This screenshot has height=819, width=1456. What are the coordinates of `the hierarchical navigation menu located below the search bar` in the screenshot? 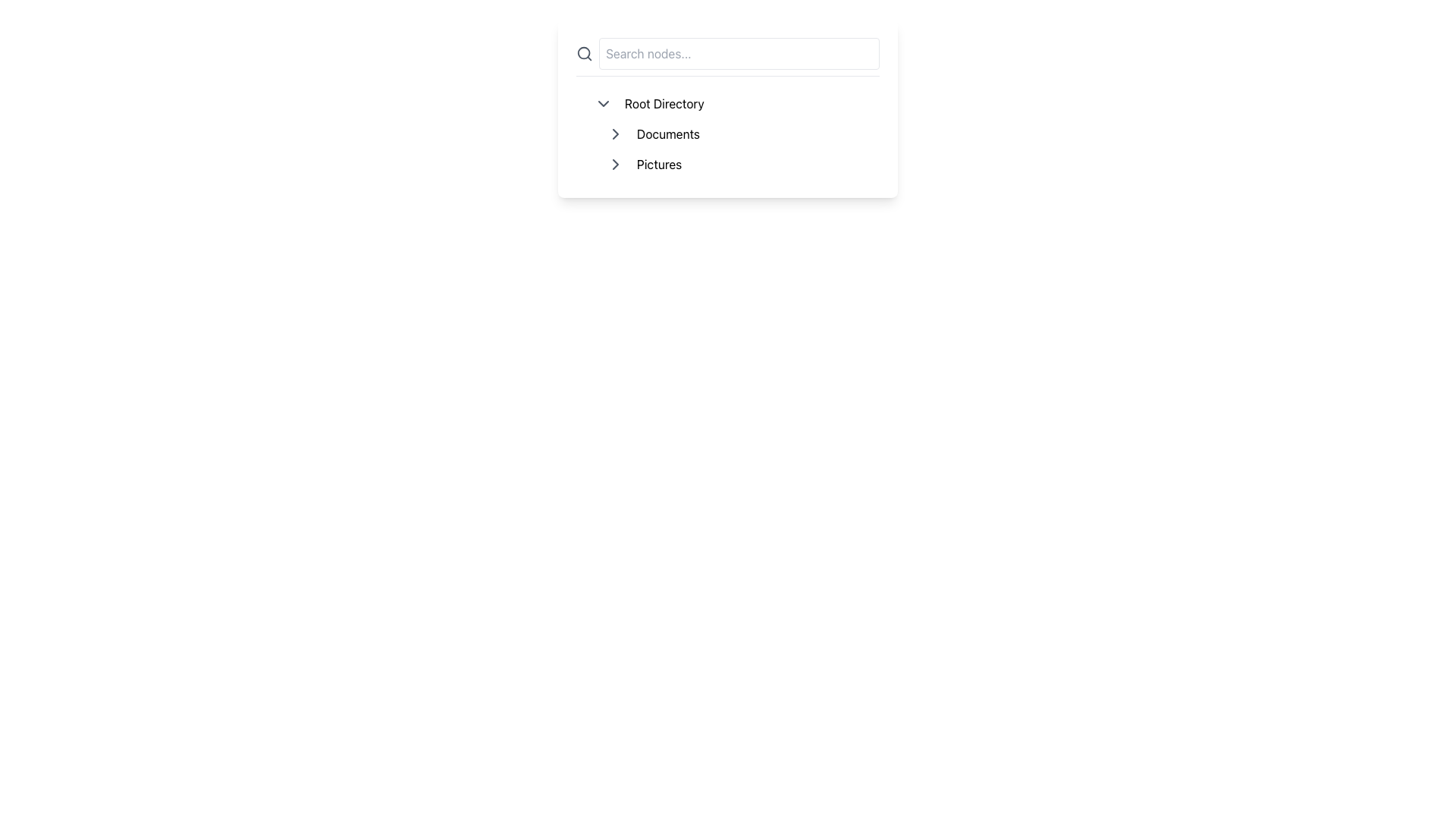 It's located at (728, 133).